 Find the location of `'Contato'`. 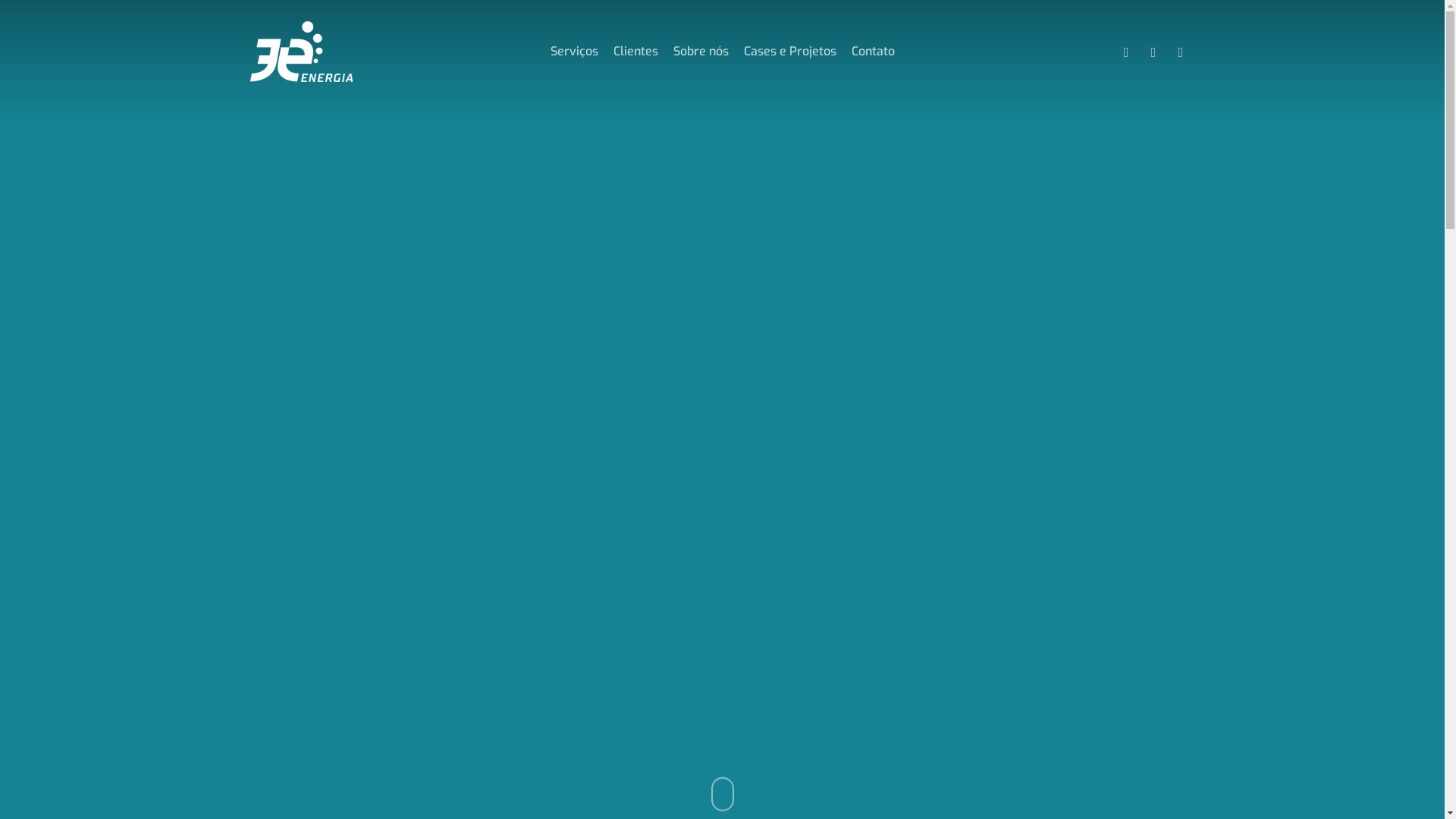

'Contato' is located at coordinates (851, 51).